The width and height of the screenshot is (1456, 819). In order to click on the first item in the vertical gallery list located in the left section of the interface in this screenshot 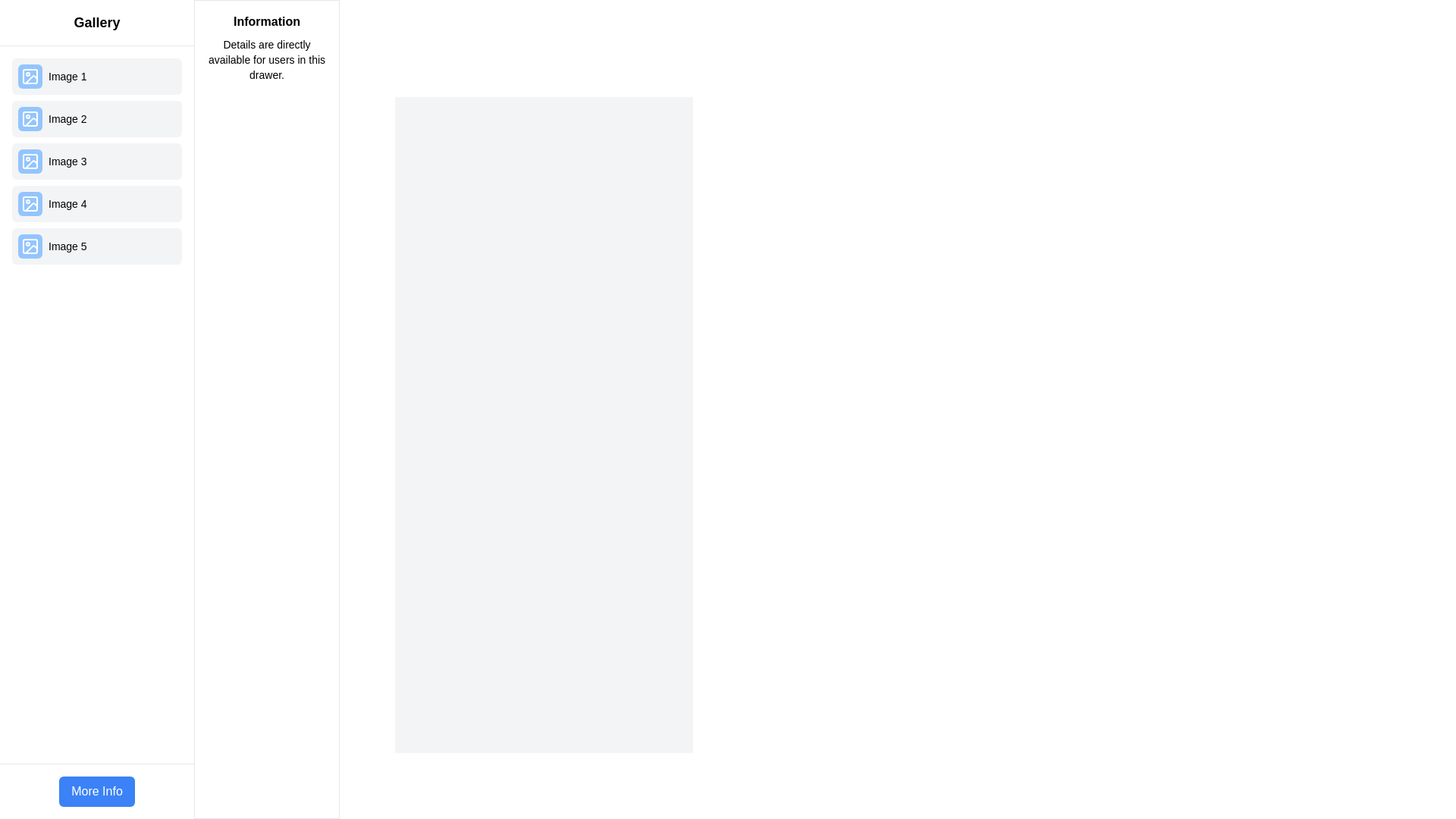, I will do `click(96, 76)`.